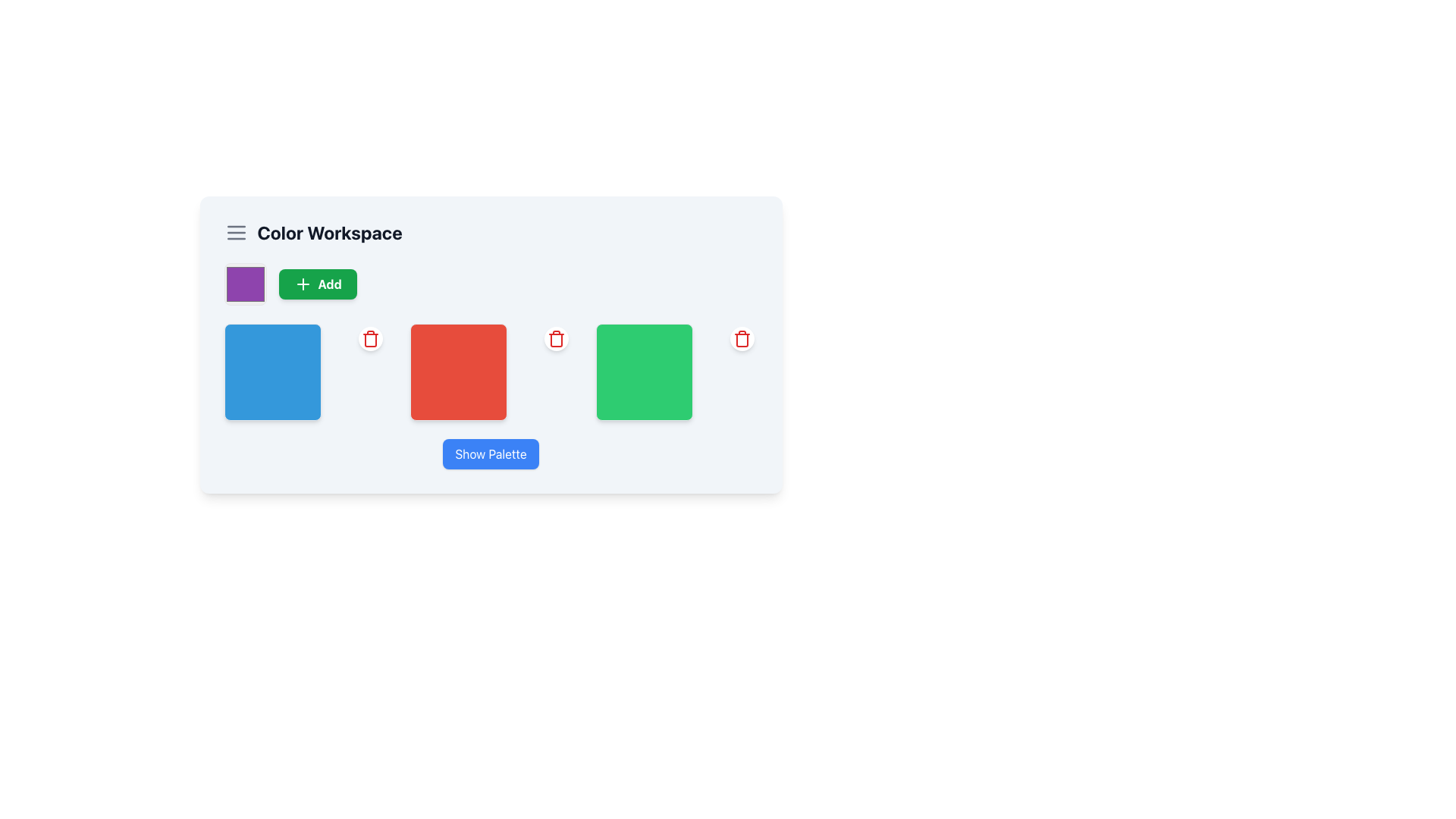  I want to click on the button located in the Color Workspace interface, positioned to the right of a purple color box and above the colored squares, so click(317, 284).